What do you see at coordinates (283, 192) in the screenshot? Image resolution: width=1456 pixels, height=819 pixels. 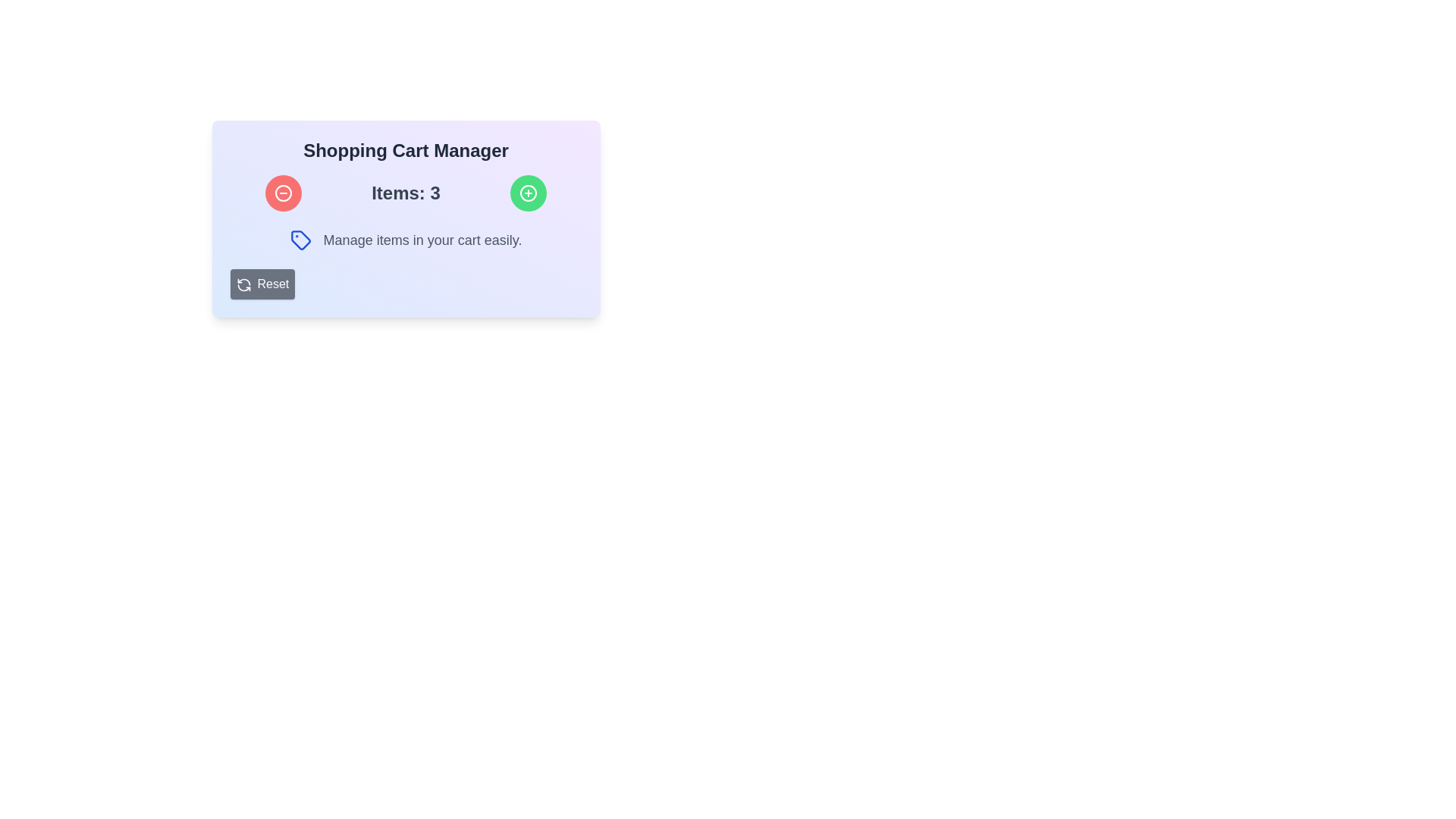 I see `the 'decrease' or 'remove' icon embedded within the red circular button on the left side of the 'Shopping Cart Manager' card, adjacent to the text 'Items: 3'` at bounding box center [283, 192].